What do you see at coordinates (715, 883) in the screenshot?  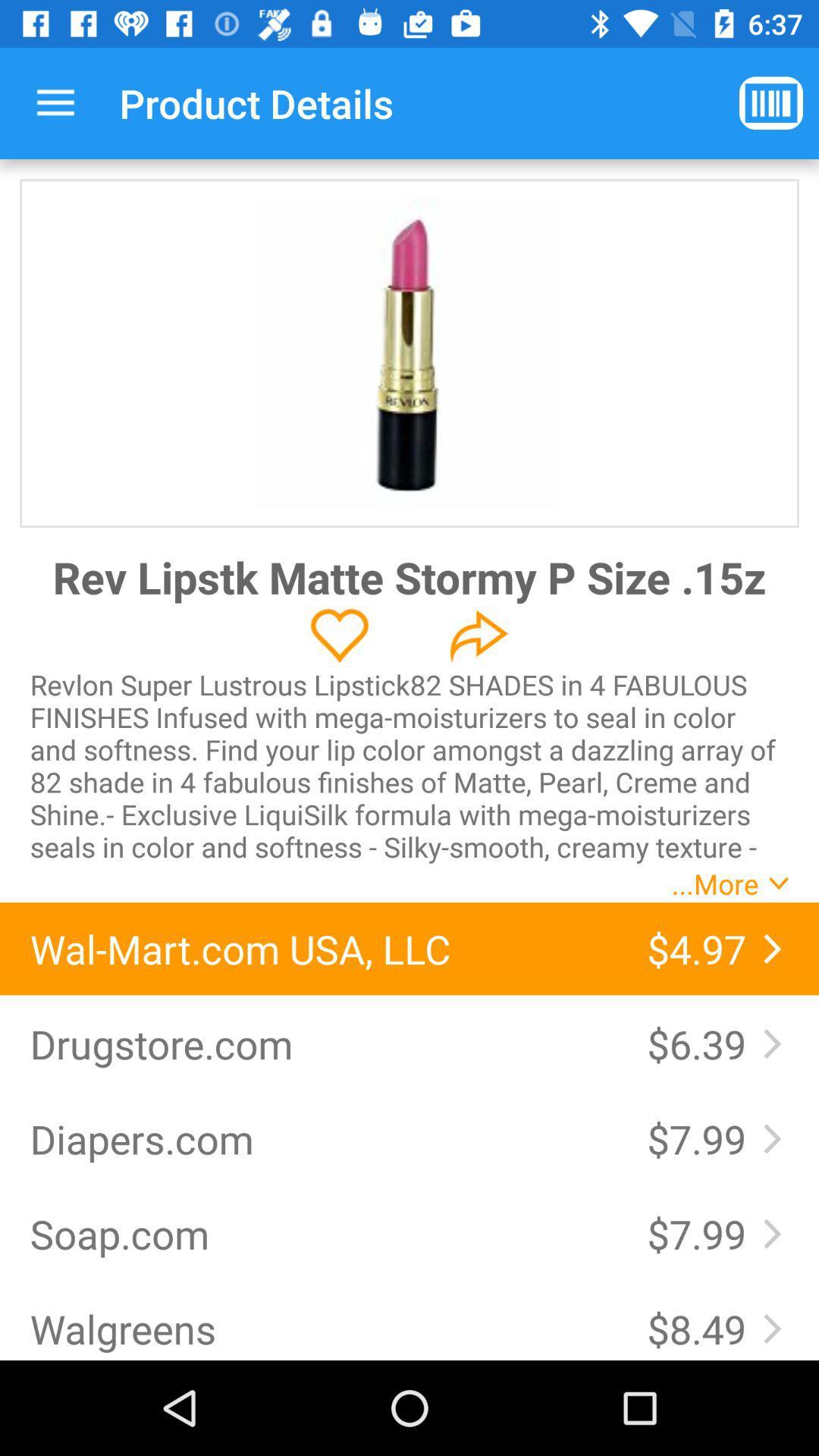 I see `the ...more item` at bounding box center [715, 883].